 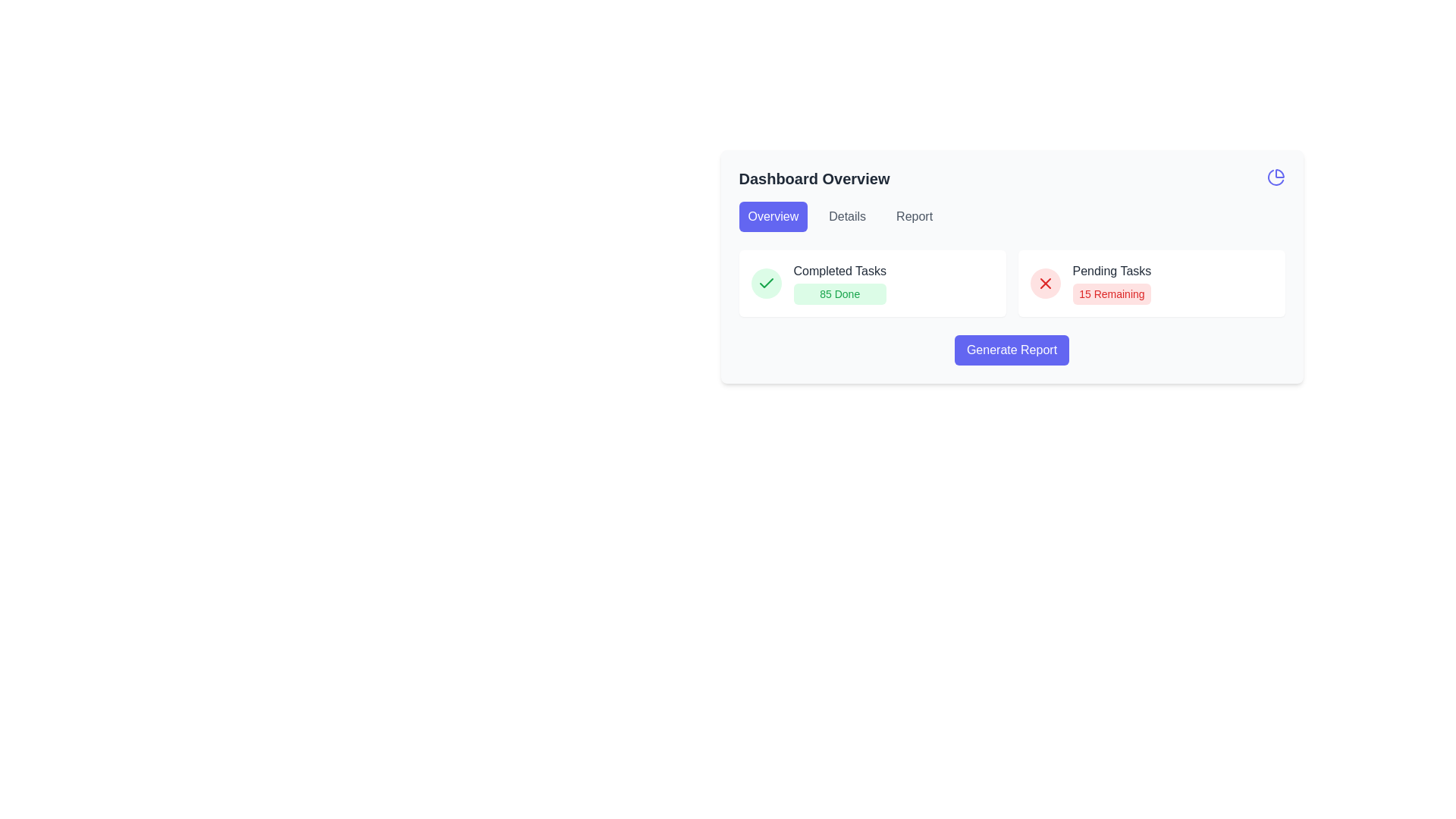 What do you see at coordinates (766, 283) in the screenshot?
I see `the visual confirmation icon located inside the 'Completed Tasks' box on the dashboard interface to indicate interaction with completed tasks` at bounding box center [766, 283].